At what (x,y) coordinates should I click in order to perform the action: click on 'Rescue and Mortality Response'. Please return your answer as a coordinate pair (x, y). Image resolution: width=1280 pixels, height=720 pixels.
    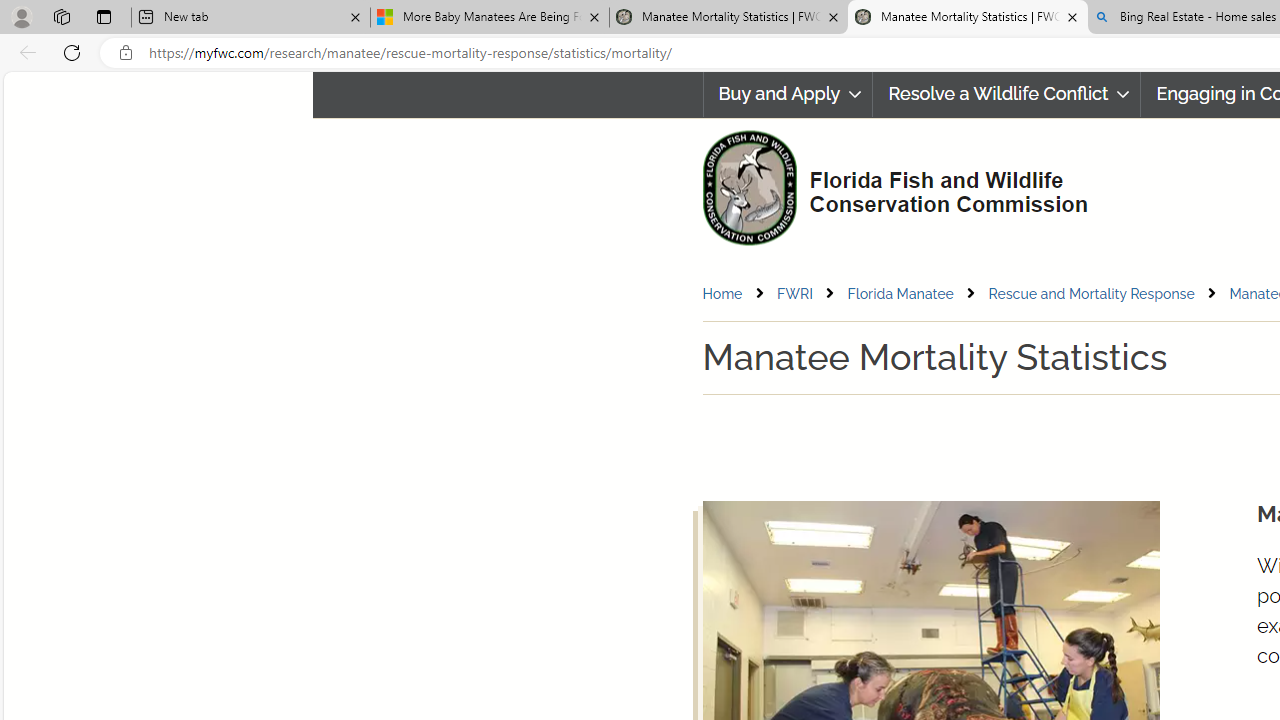
    Looking at the image, I should click on (1106, 293).